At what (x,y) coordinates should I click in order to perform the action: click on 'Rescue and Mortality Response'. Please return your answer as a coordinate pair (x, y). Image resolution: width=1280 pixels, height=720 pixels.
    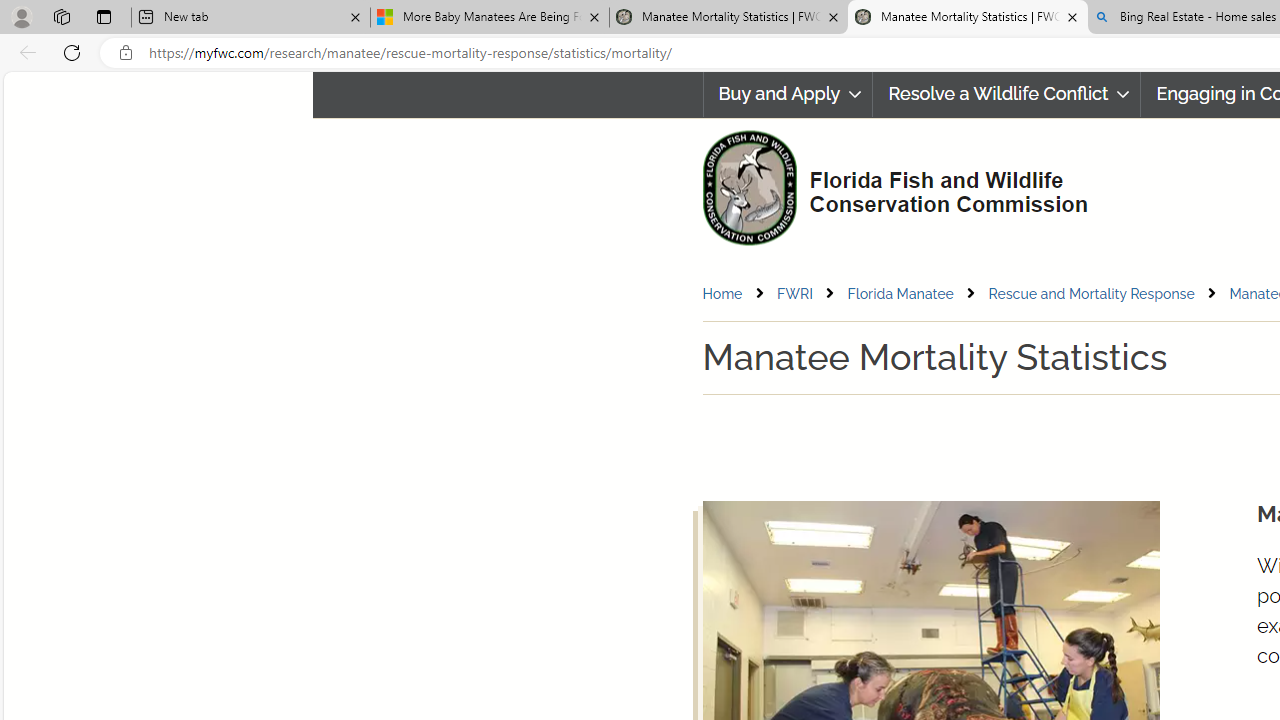
    Looking at the image, I should click on (1106, 293).